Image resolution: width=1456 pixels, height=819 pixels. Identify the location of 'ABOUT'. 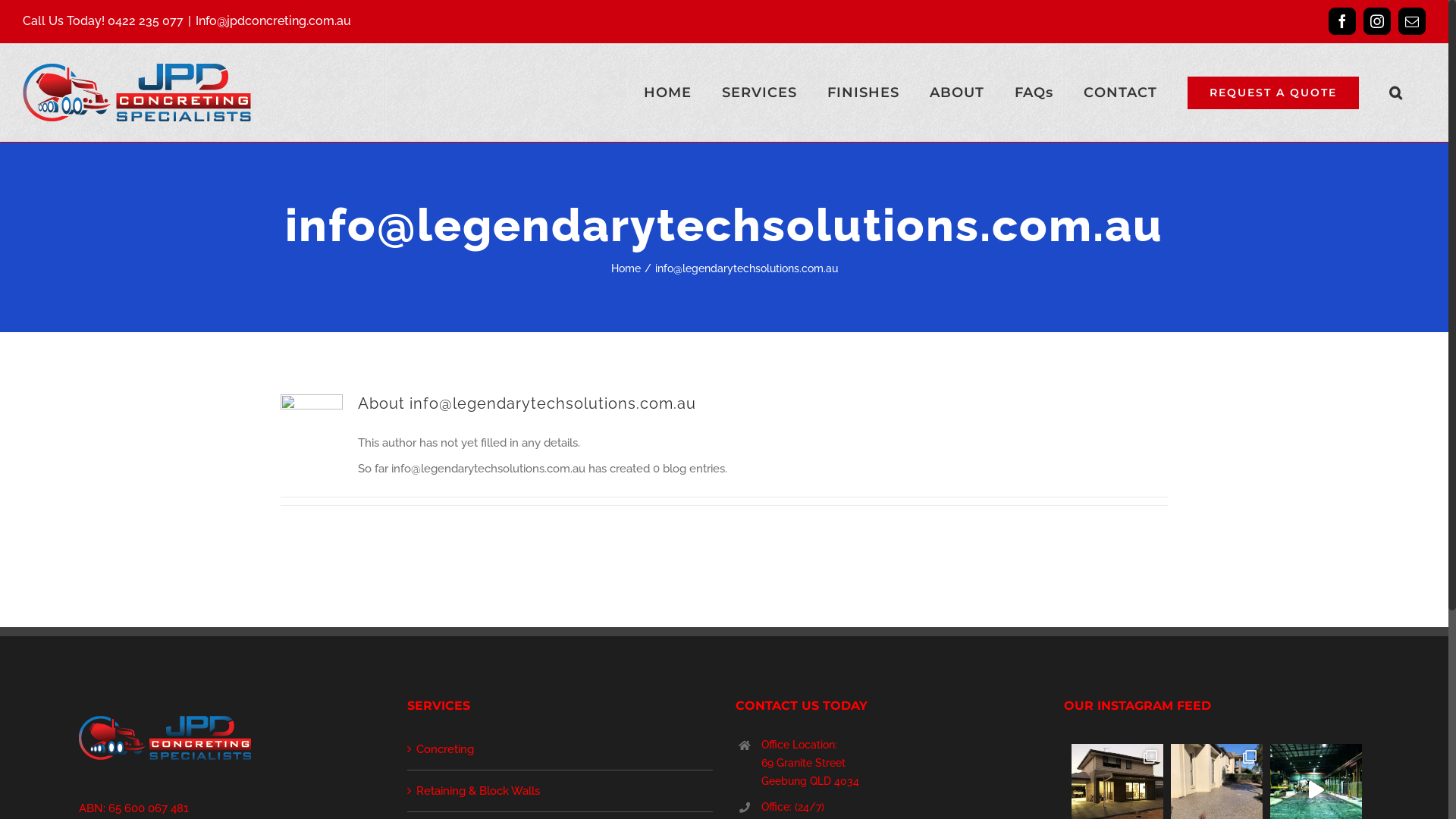
(956, 93).